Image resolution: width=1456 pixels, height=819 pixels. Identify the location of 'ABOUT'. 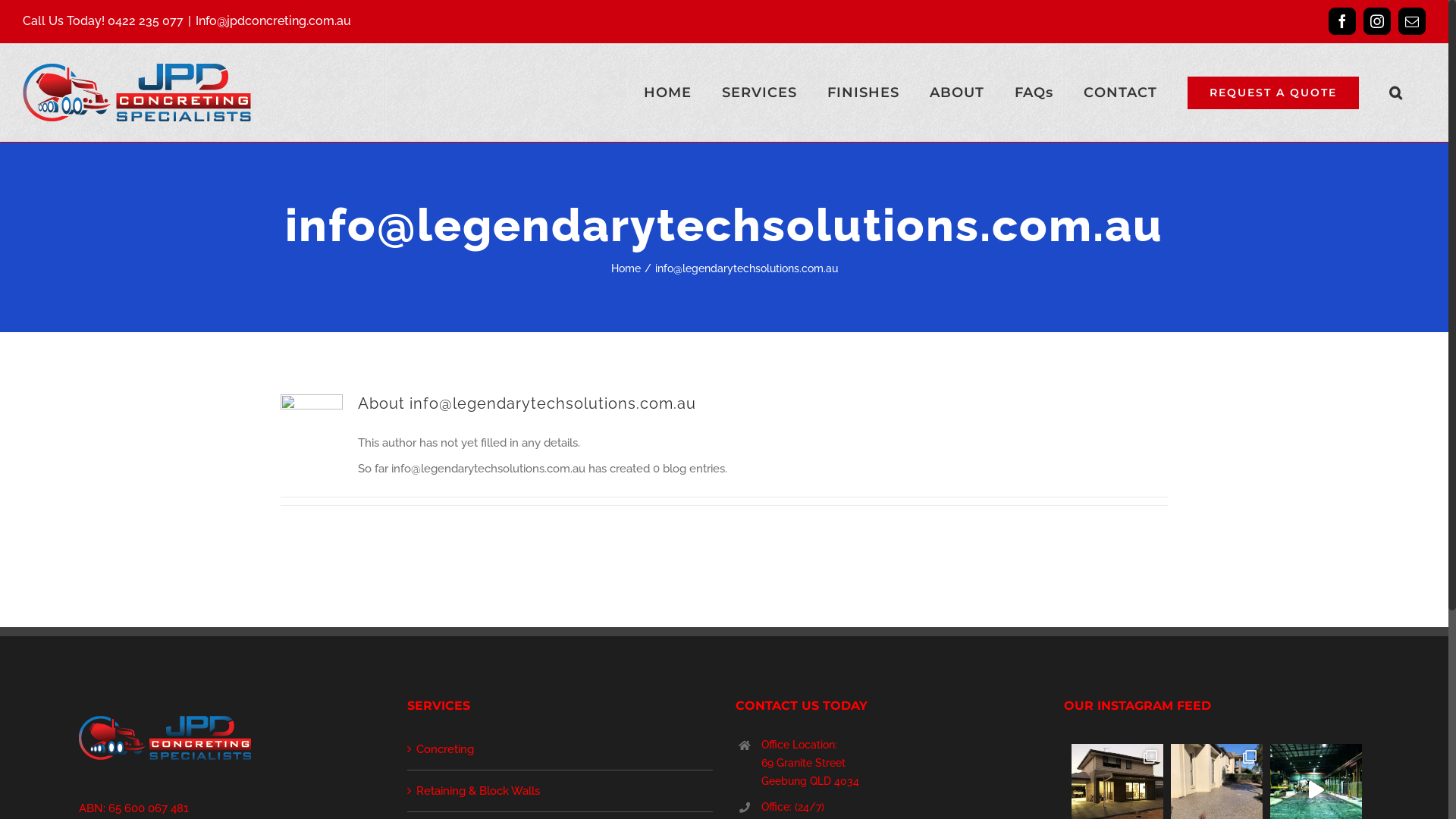
(956, 93).